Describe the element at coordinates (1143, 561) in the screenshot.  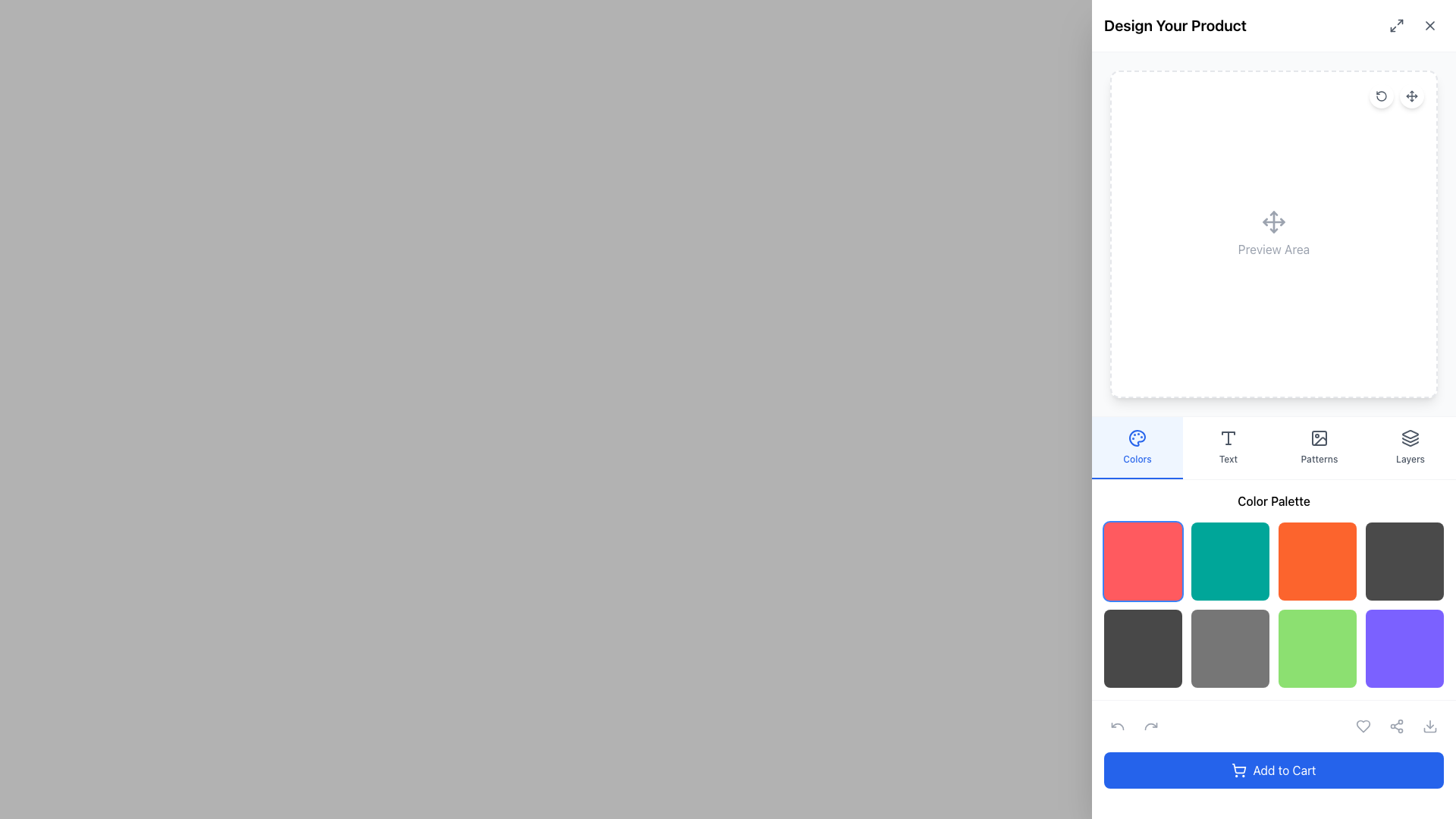
I see `the first selectable color swatch in the top-left of the color palette grid` at that location.